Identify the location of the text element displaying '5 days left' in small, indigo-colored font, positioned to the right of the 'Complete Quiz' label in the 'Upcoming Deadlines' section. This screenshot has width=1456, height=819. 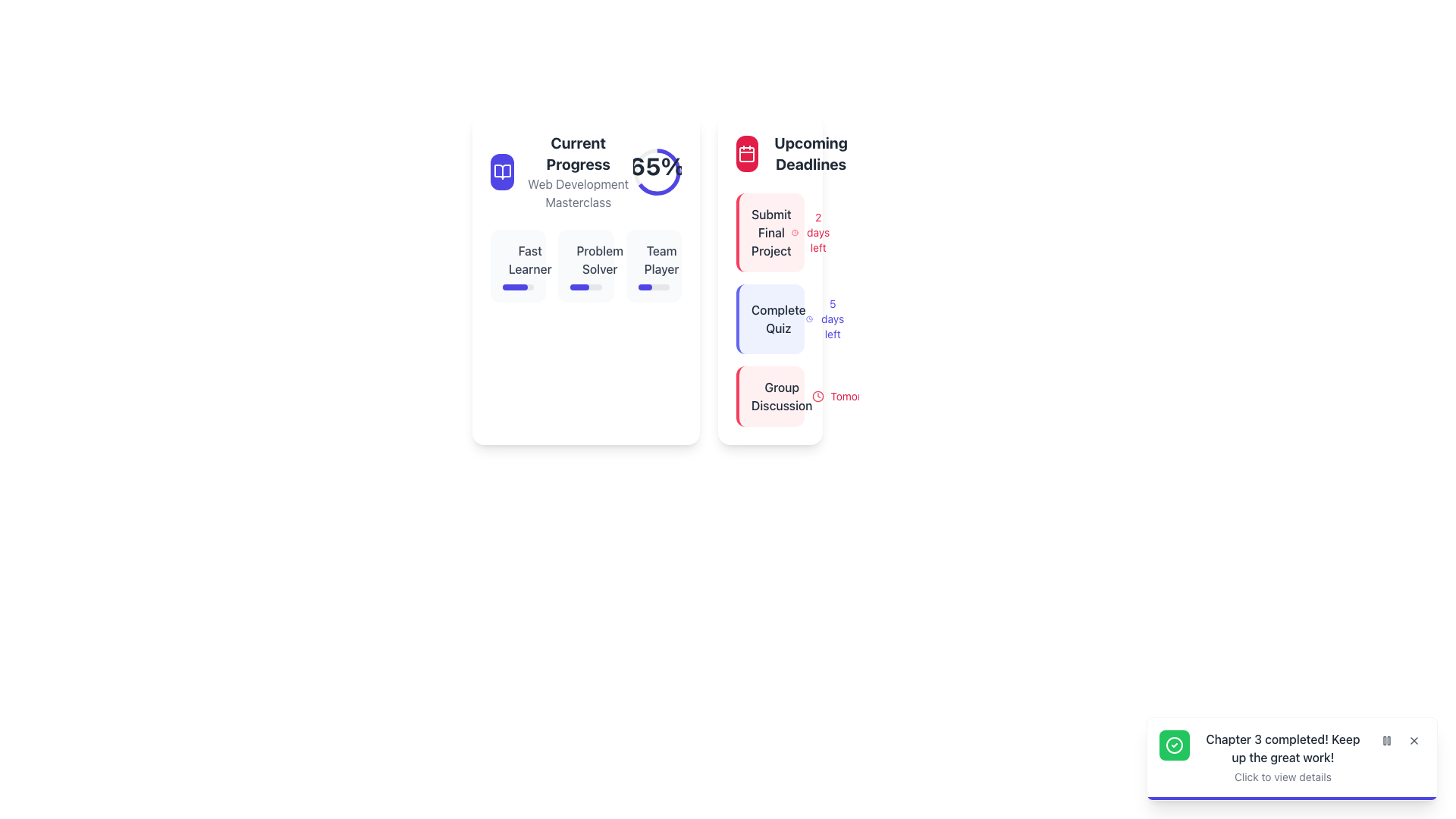
(832, 318).